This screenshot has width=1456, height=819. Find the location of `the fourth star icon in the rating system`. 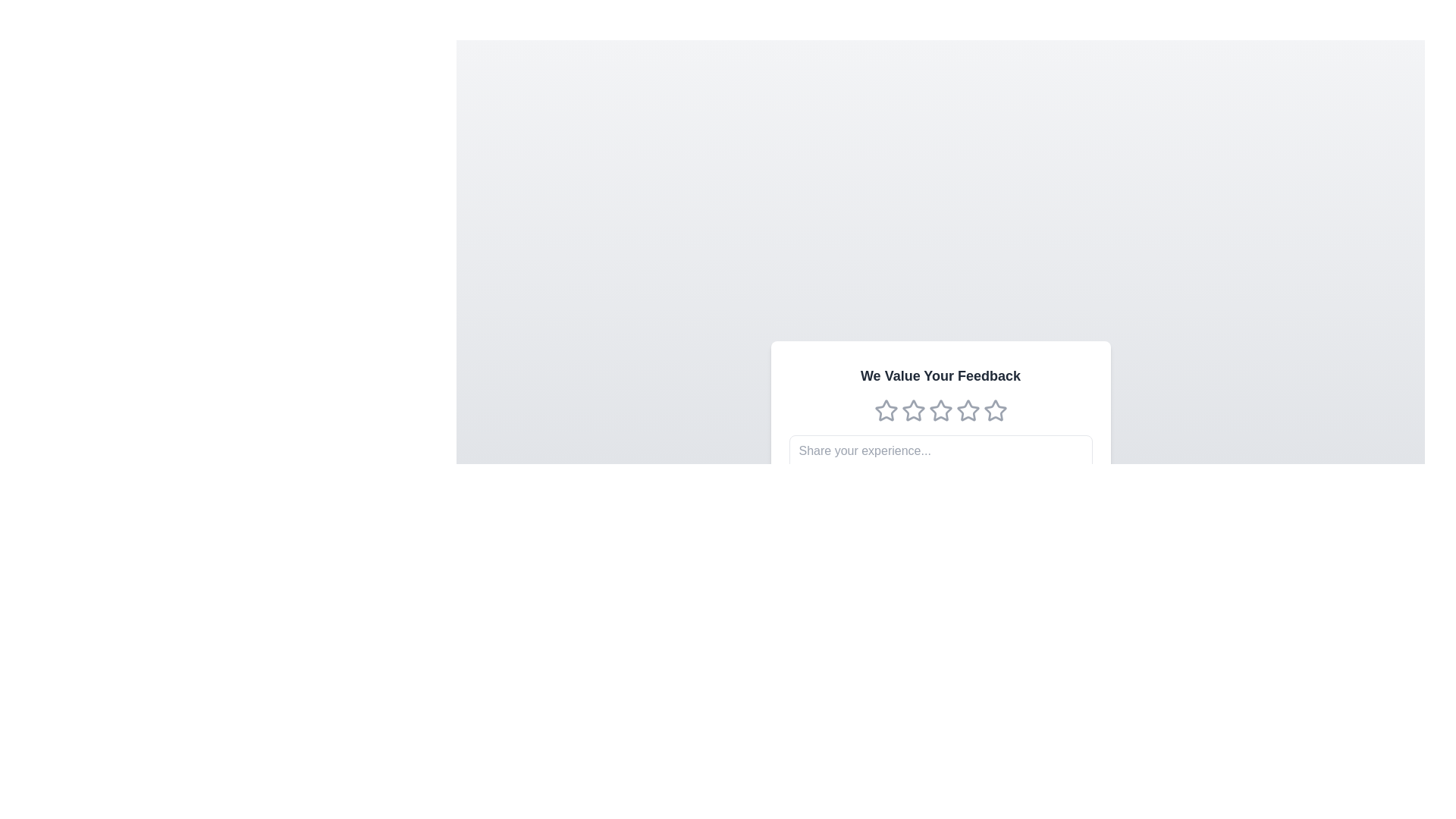

the fourth star icon in the rating system is located at coordinates (940, 411).